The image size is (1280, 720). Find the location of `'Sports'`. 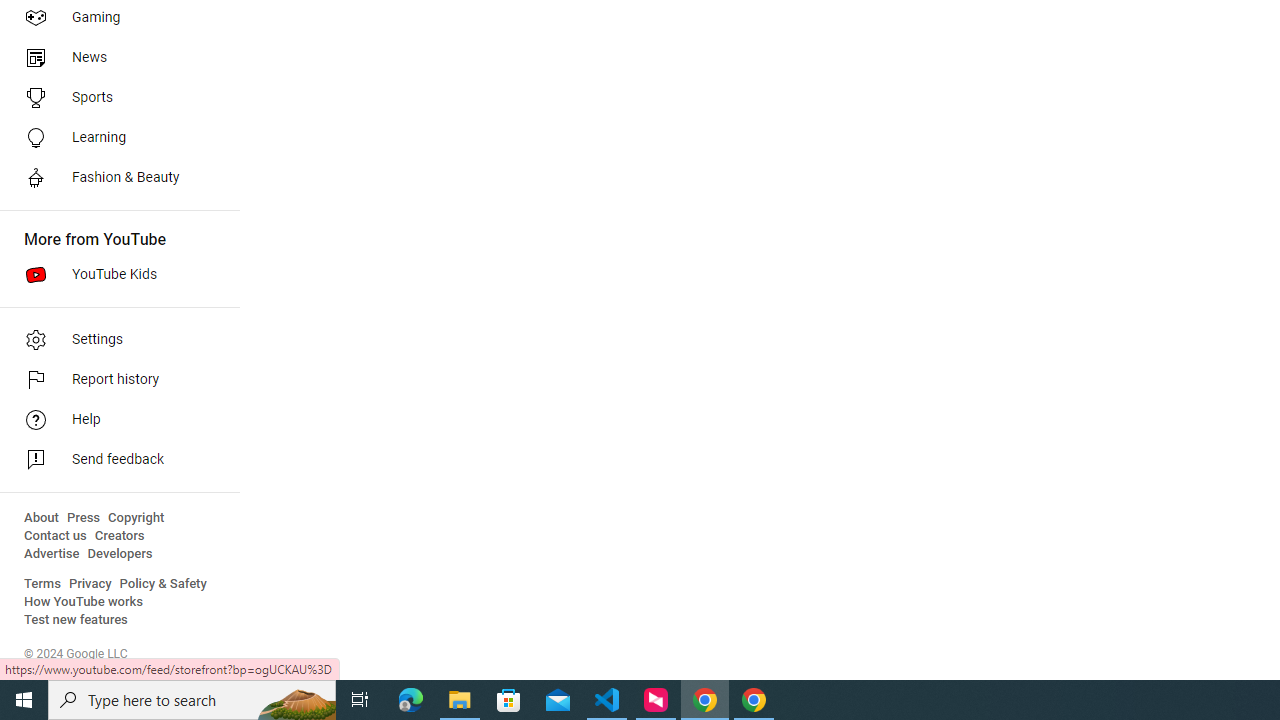

'Sports' is located at coordinates (112, 97).